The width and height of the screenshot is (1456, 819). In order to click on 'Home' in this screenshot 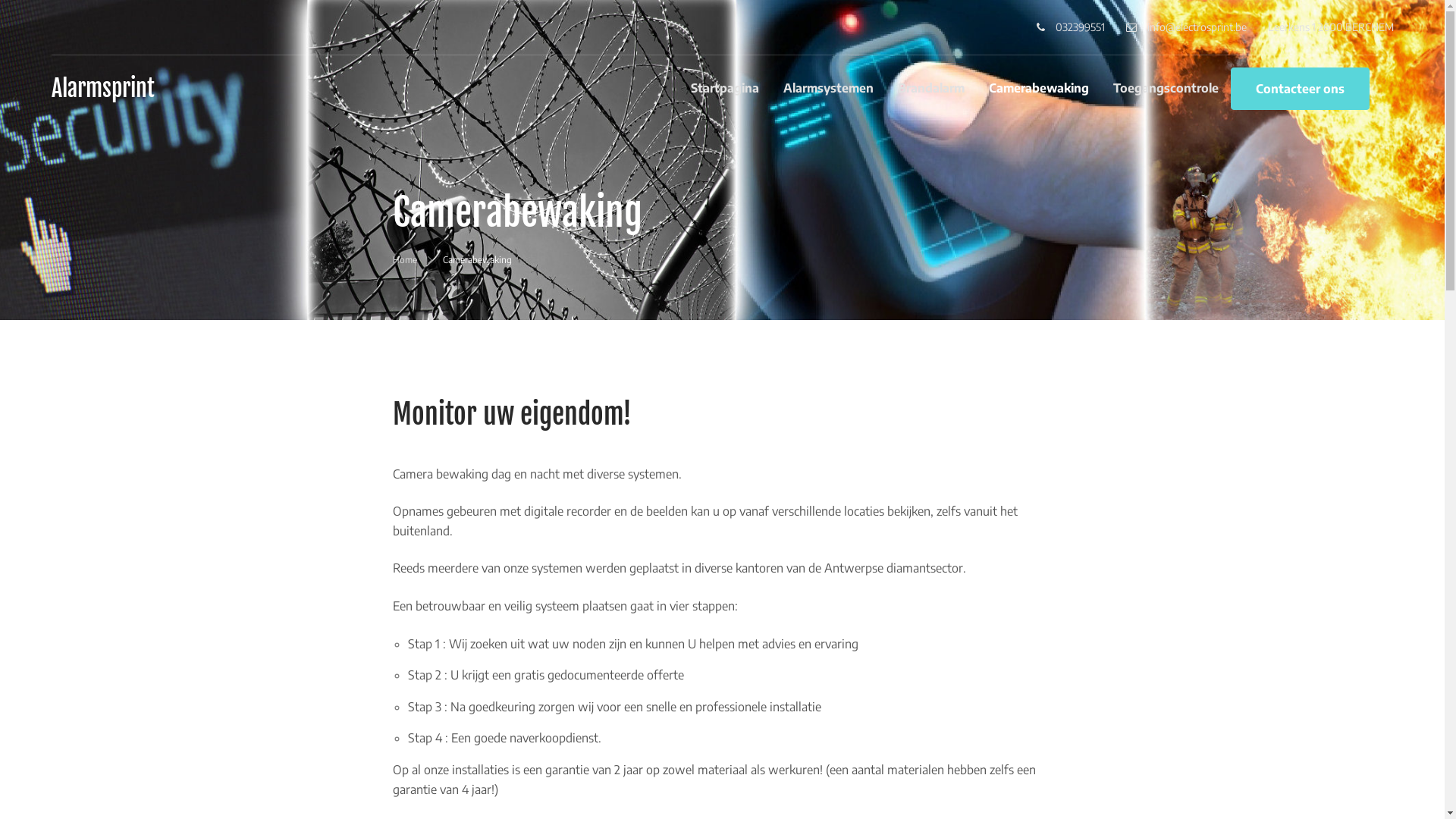, I will do `click(393, 259)`.